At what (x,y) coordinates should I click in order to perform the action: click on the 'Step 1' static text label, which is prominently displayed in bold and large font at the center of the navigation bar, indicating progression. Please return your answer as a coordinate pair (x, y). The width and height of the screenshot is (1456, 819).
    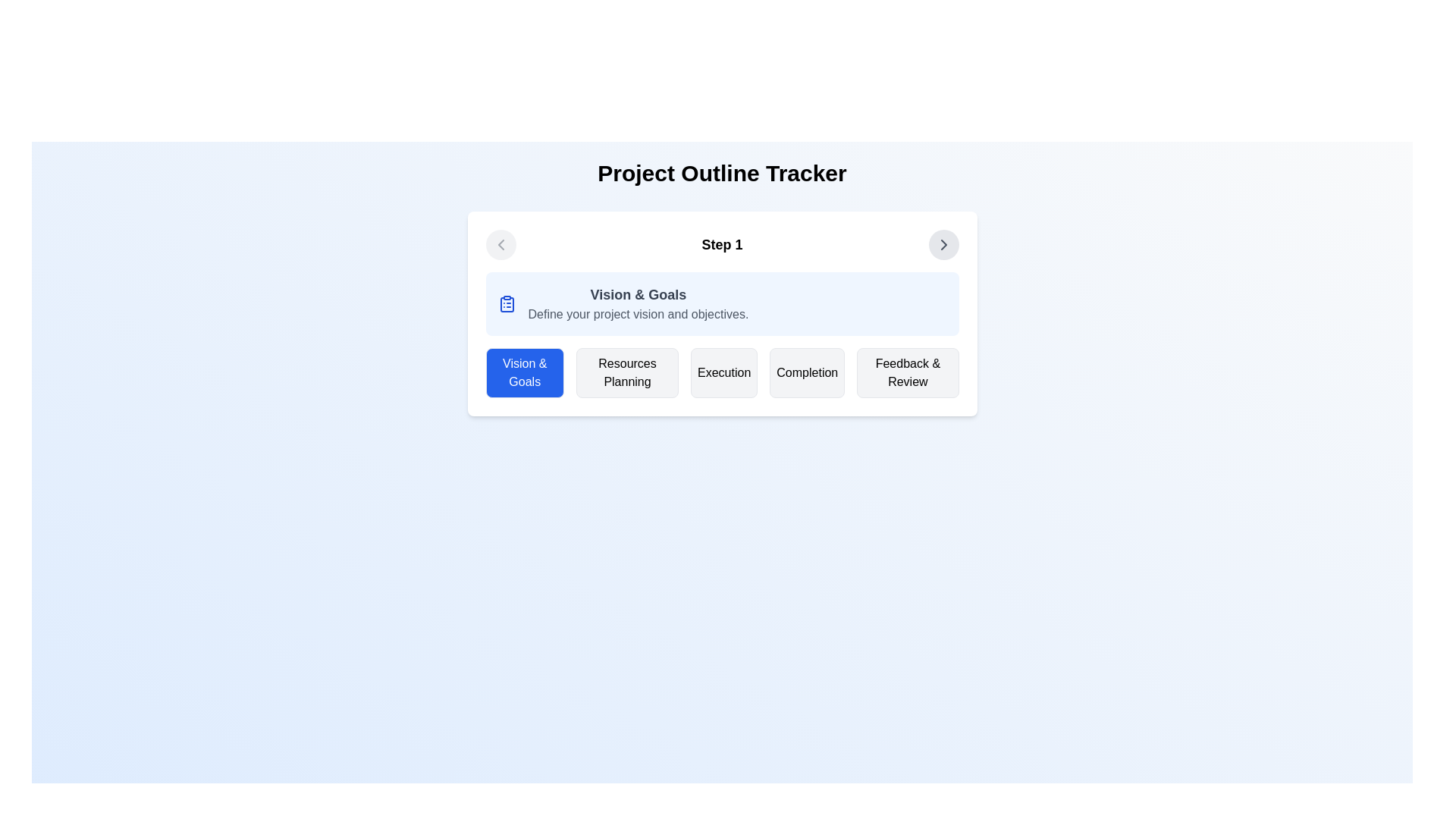
    Looking at the image, I should click on (721, 244).